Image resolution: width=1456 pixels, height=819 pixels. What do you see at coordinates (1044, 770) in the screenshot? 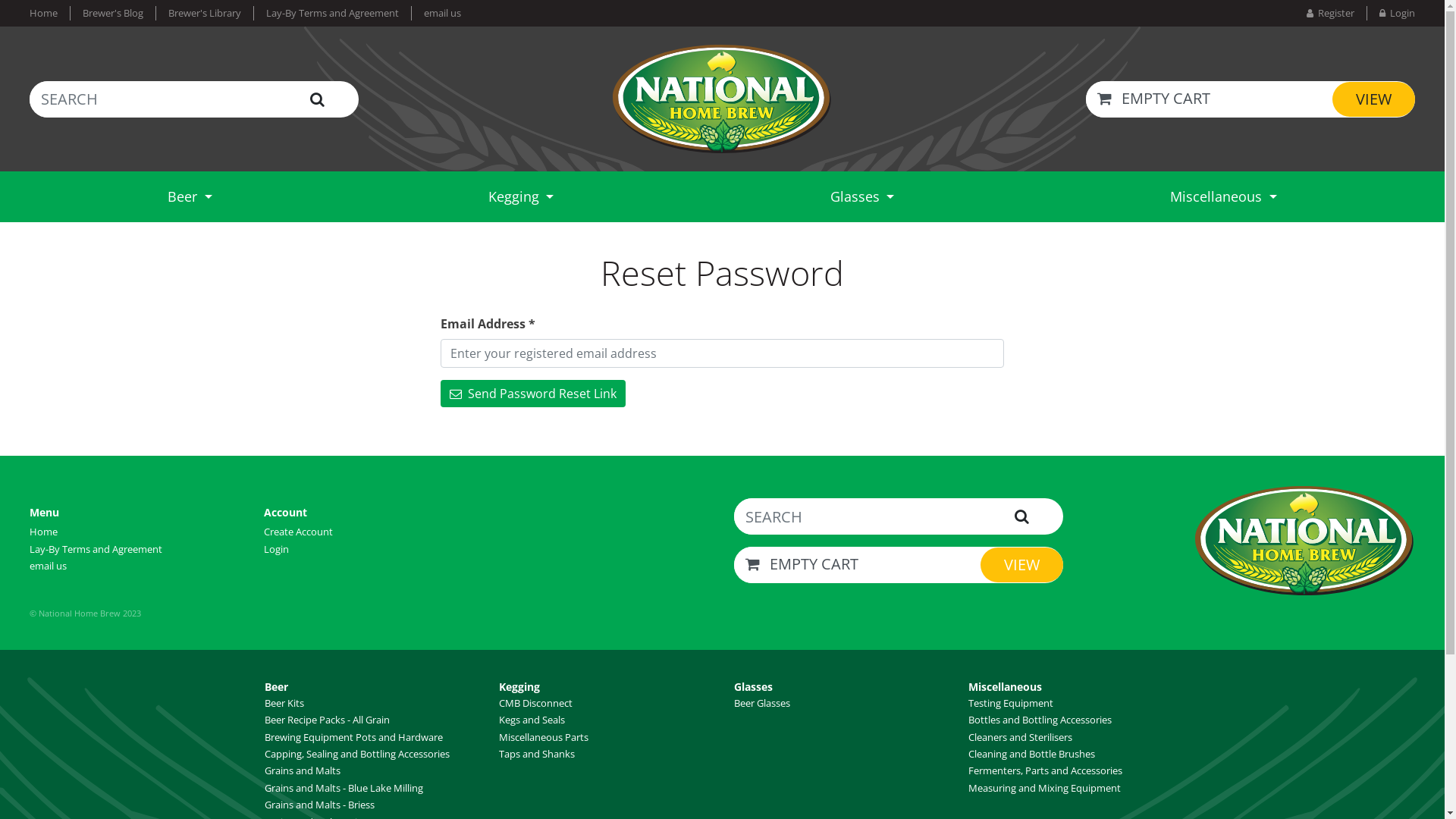
I see `'Fermenters, Parts and Accessories'` at bounding box center [1044, 770].